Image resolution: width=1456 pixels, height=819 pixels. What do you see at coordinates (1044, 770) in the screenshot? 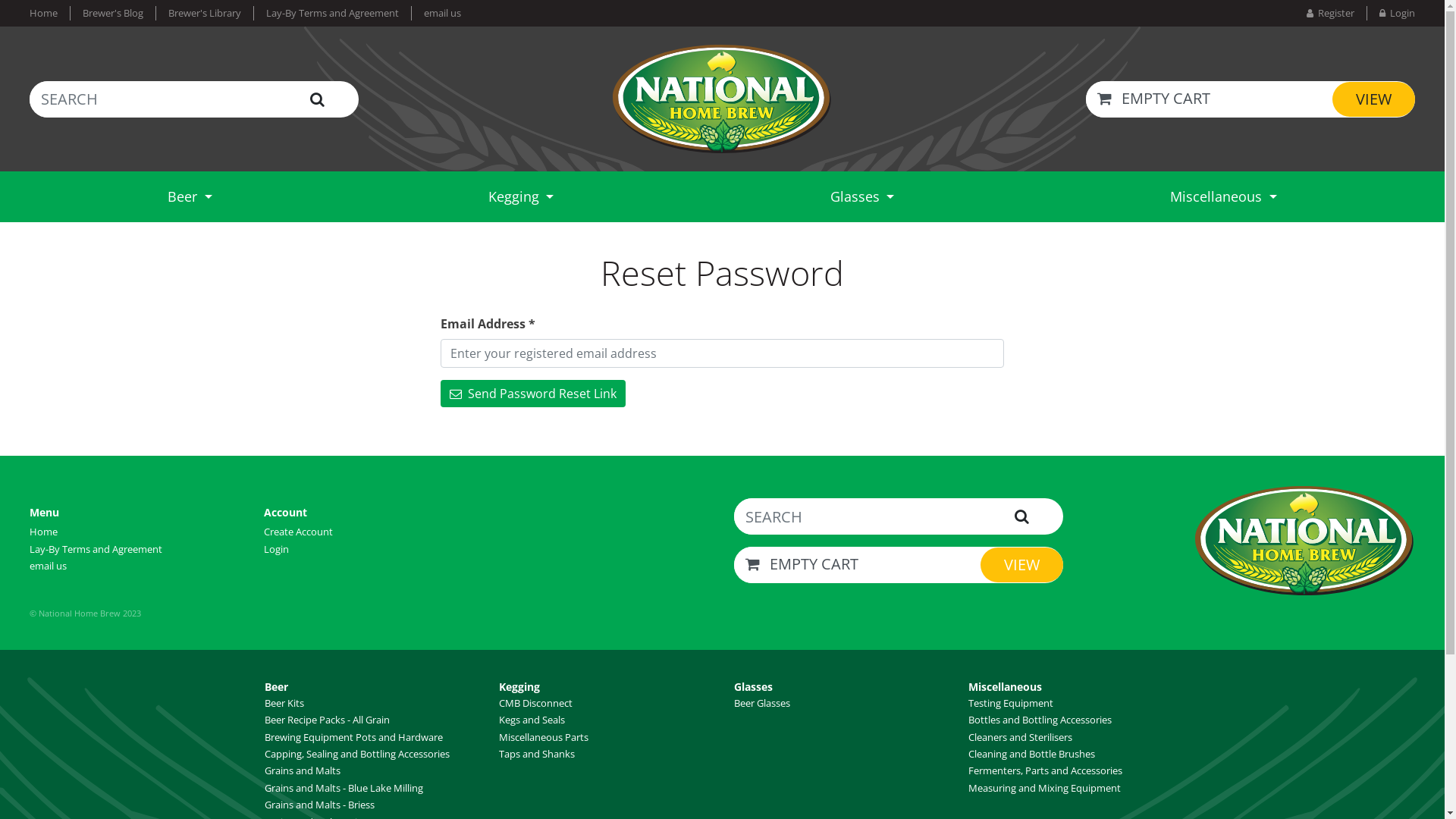
I see `'Fermenters, Parts and Accessories'` at bounding box center [1044, 770].